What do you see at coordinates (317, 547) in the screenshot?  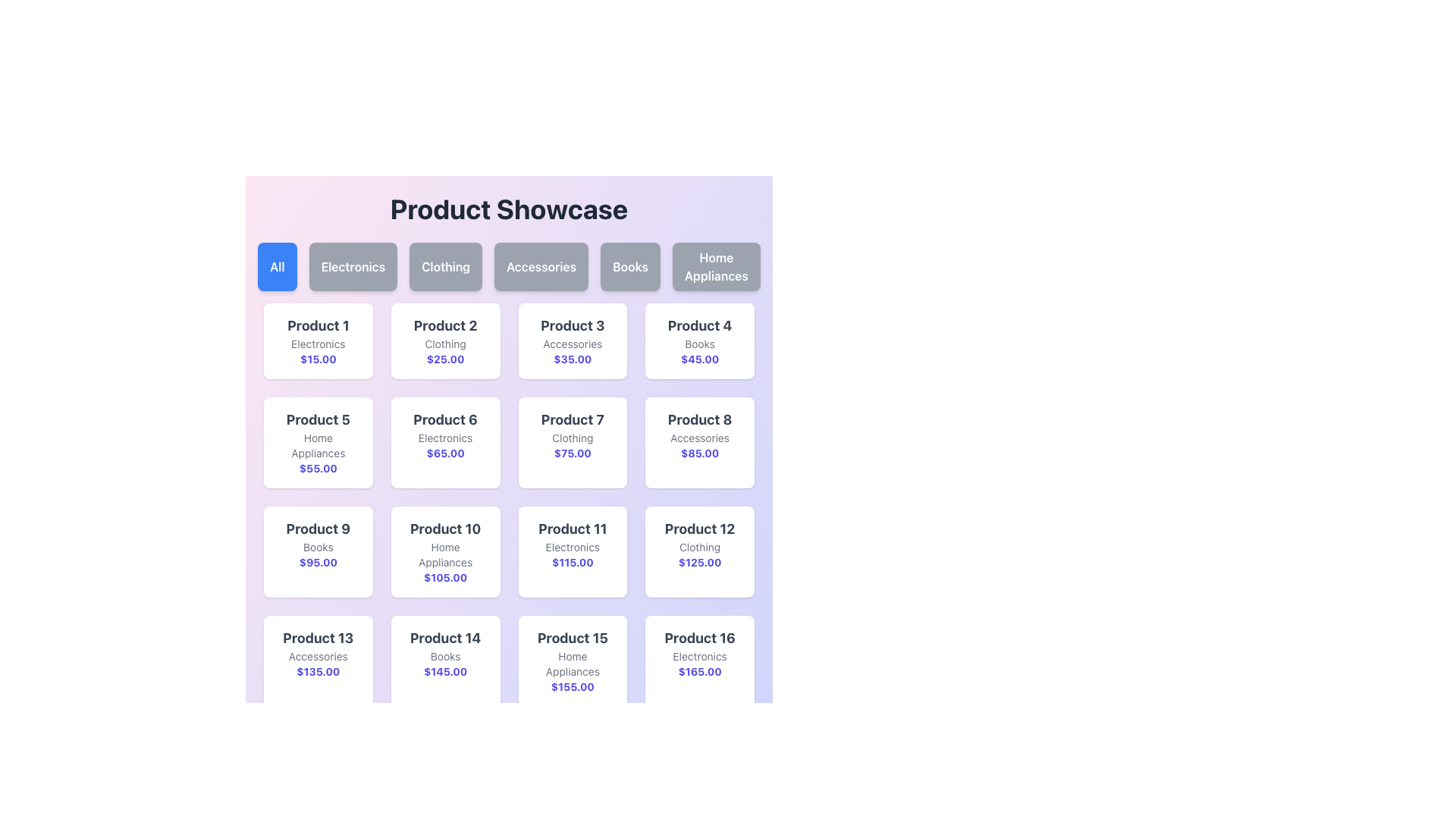 I see `the 'Books' category text label, which is the middle line within the card titled 'Product 9' located in the third row and first column of the grid layout` at bounding box center [317, 547].